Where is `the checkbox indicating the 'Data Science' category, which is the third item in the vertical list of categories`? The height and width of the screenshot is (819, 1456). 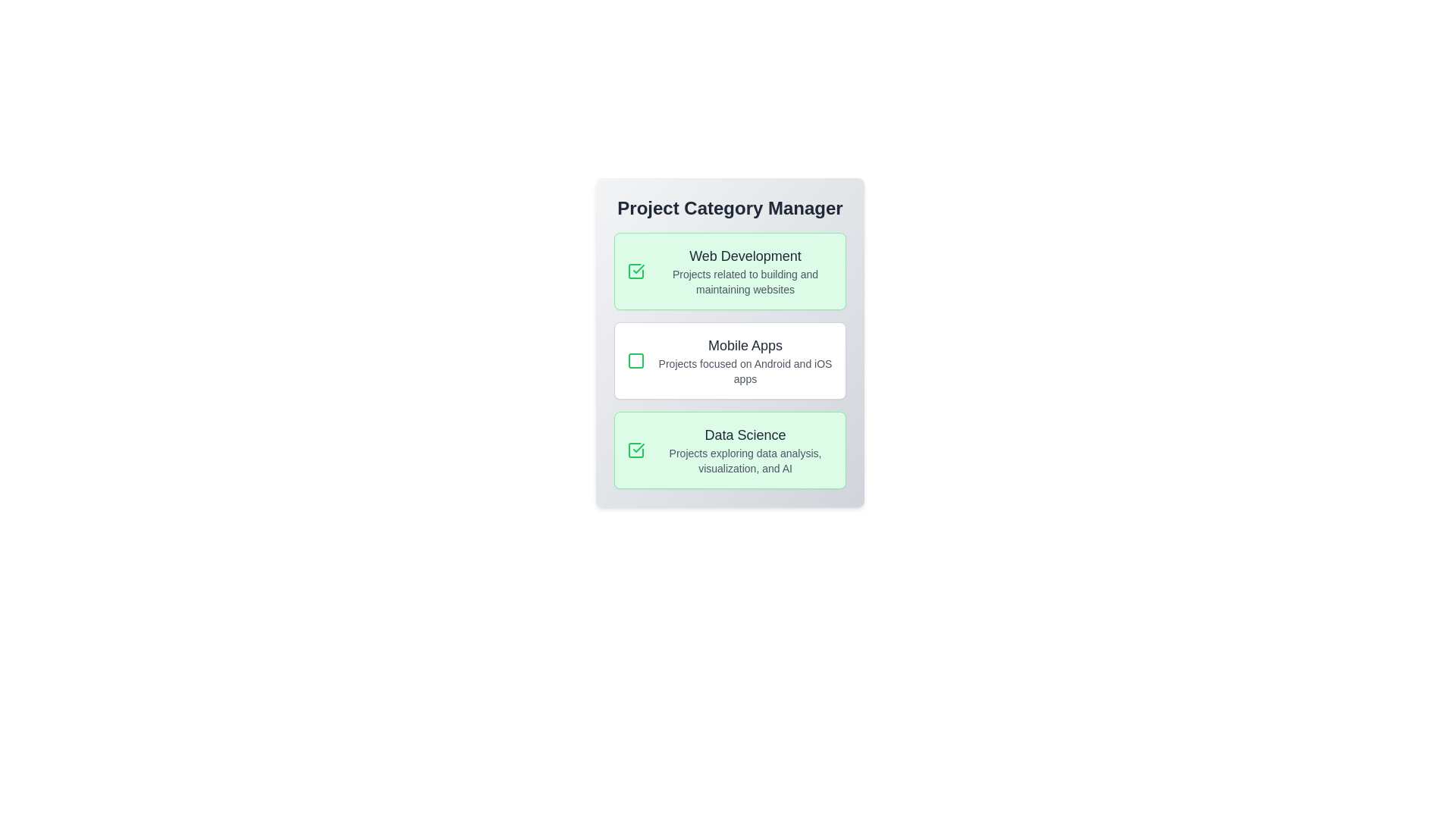 the checkbox indicating the 'Data Science' category, which is the third item in the vertical list of categories is located at coordinates (636, 450).